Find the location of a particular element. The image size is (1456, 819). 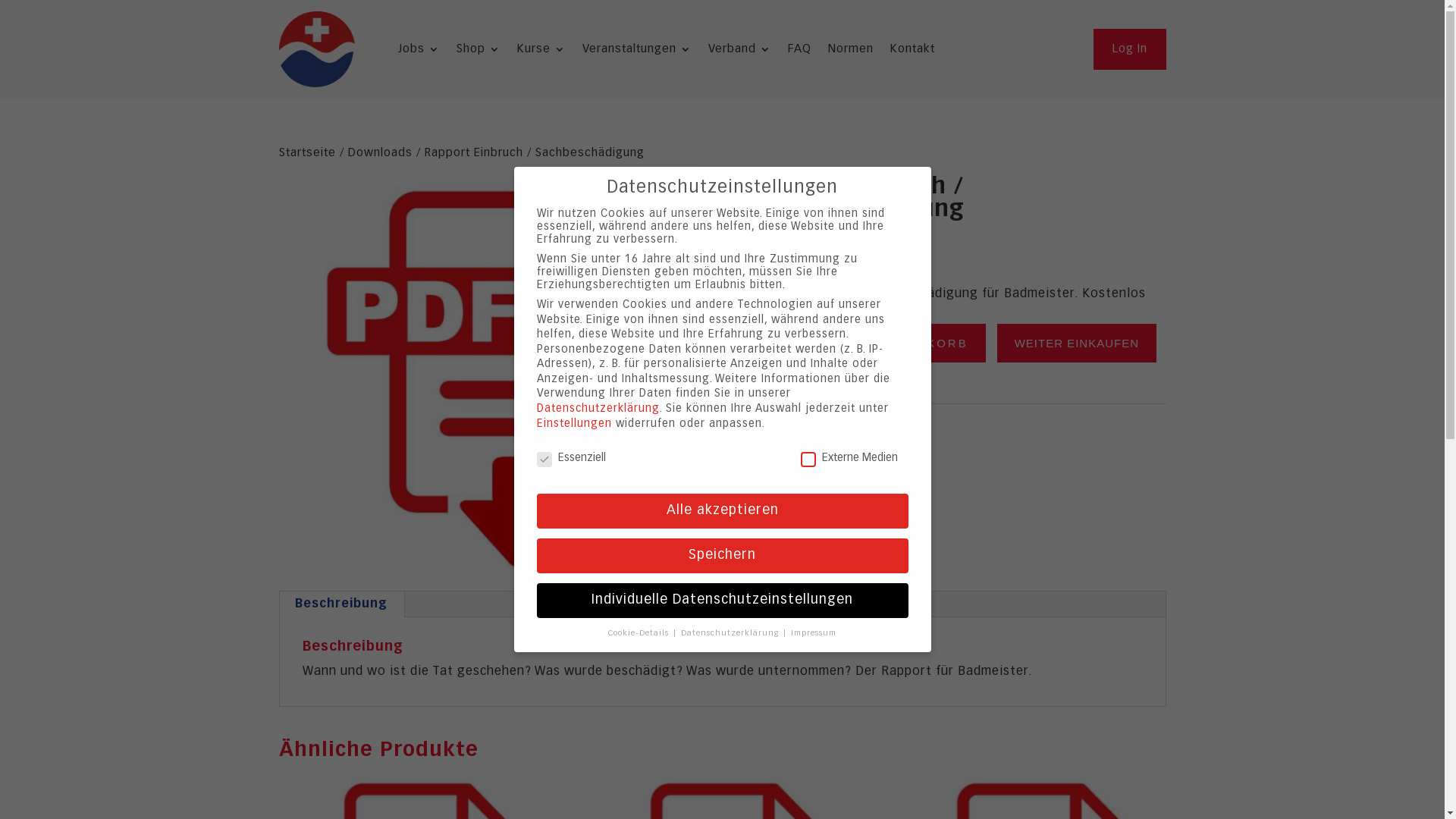

'Beschreibung' is located at coordinates (340, 604).